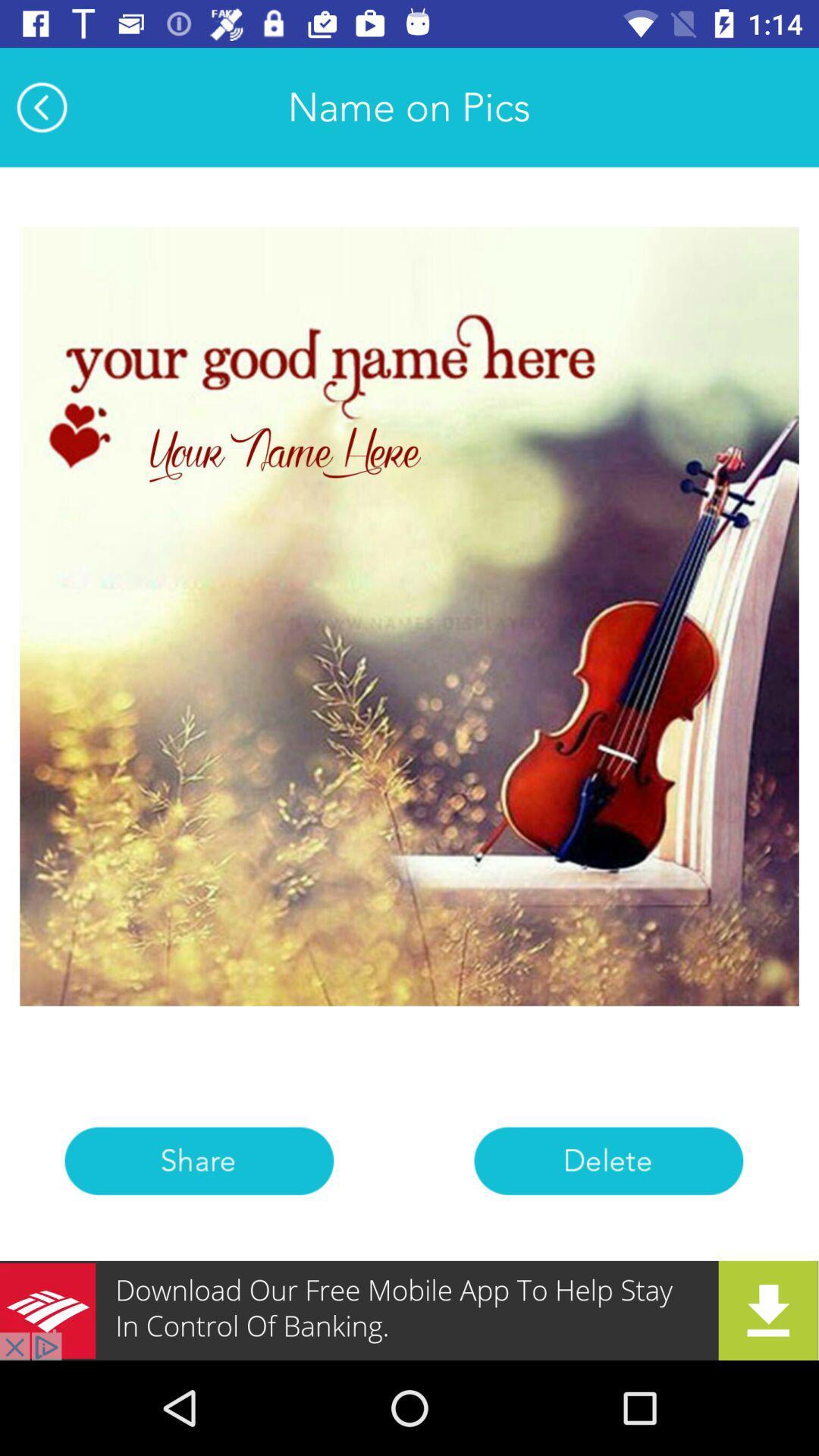 The height and width of the screenshot is (1456, 819). What do you see at coordinates (607, 1160) in the screenshot?
I see `delete option` at bounding box center [607, 1160].